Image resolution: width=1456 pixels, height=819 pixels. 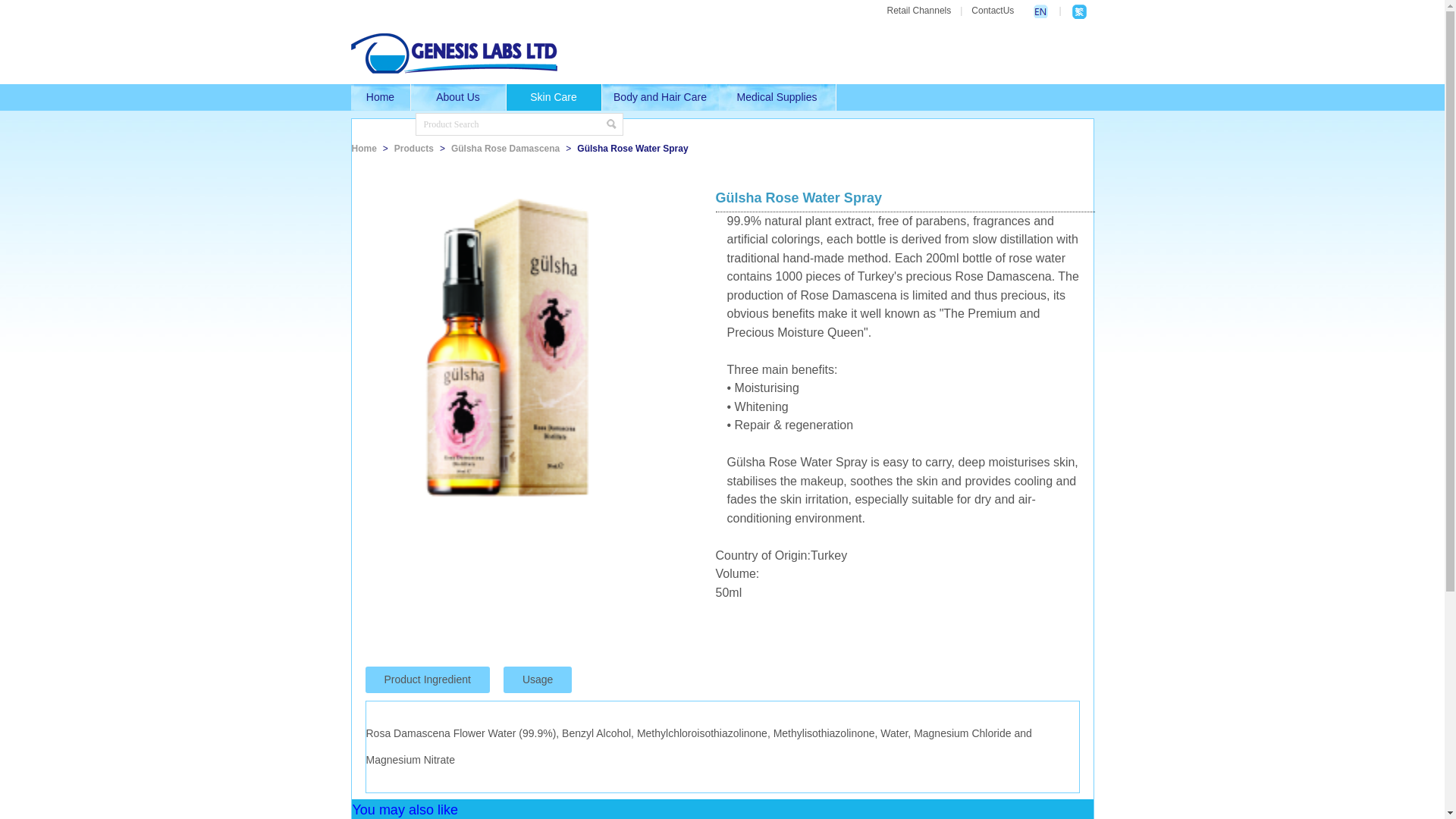 What do you see at coordinates (611, 124) in the screenshot?
I see `'Submit'` at bounding box center [611, 124].